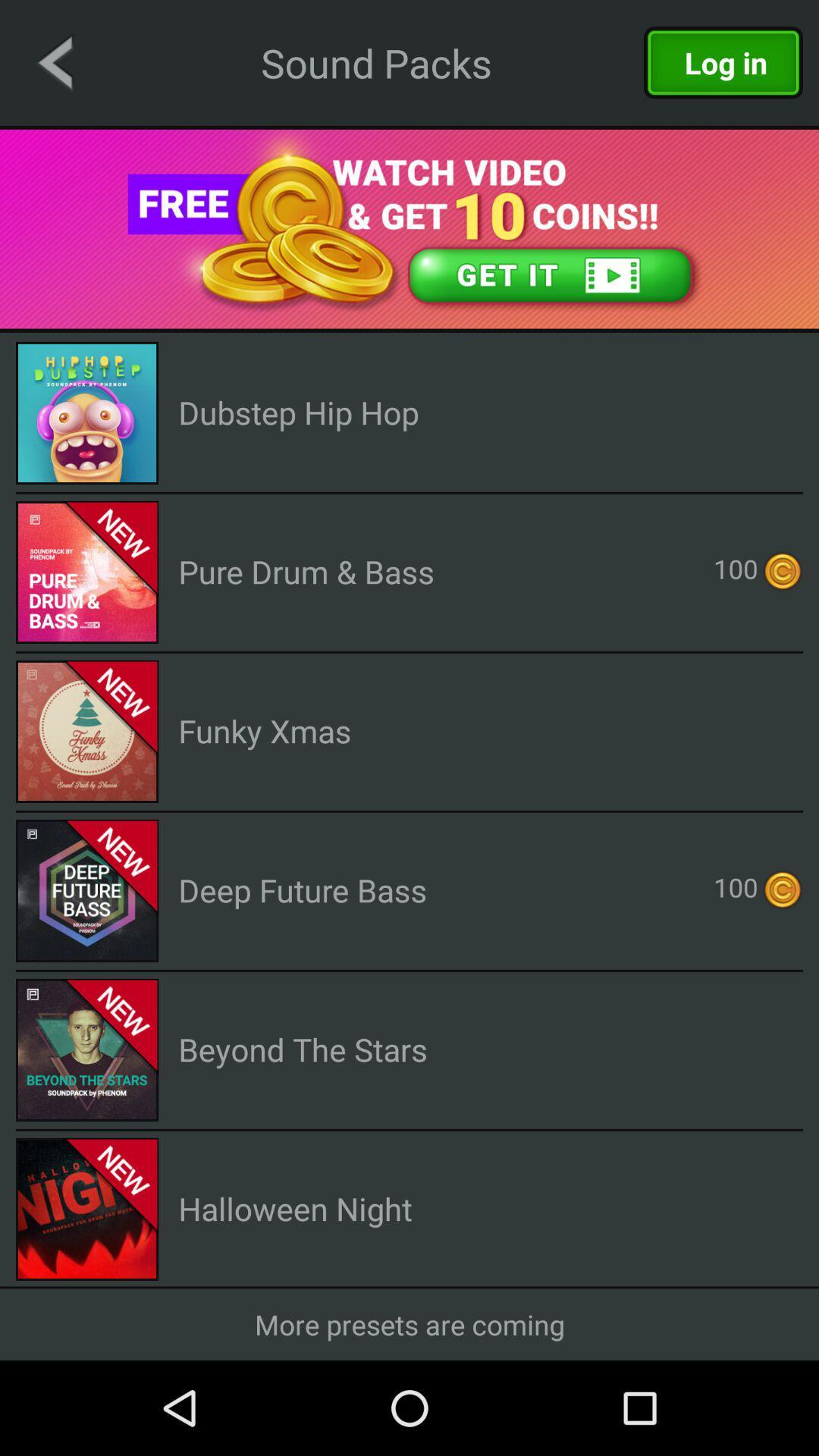  I want to click on the icon next to 100 item, so click(306, 570).